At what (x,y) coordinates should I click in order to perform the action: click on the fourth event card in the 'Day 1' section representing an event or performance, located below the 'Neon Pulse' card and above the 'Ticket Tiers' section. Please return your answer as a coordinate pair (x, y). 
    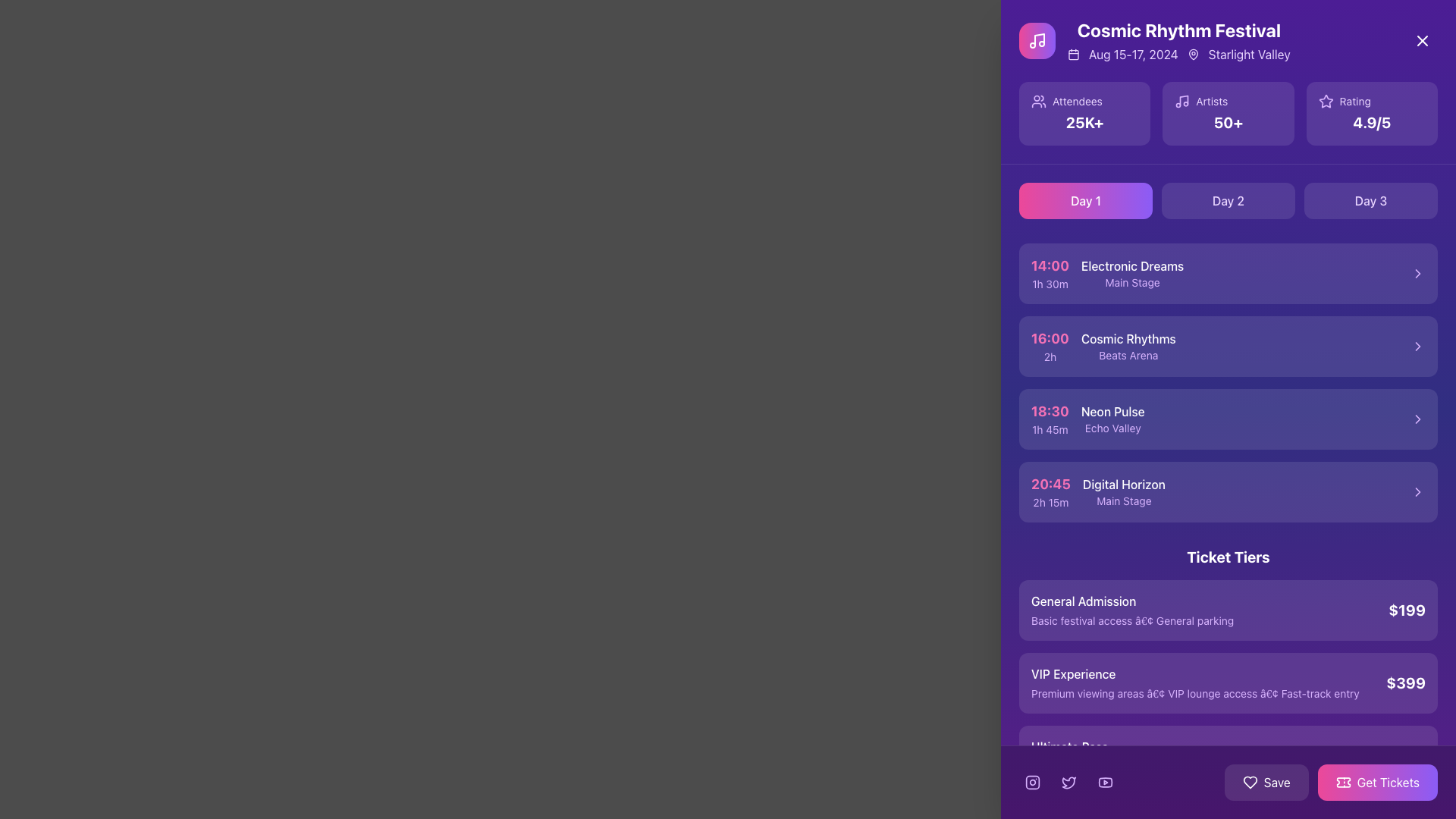
    Looking at the image, I should click on (1228, 491).